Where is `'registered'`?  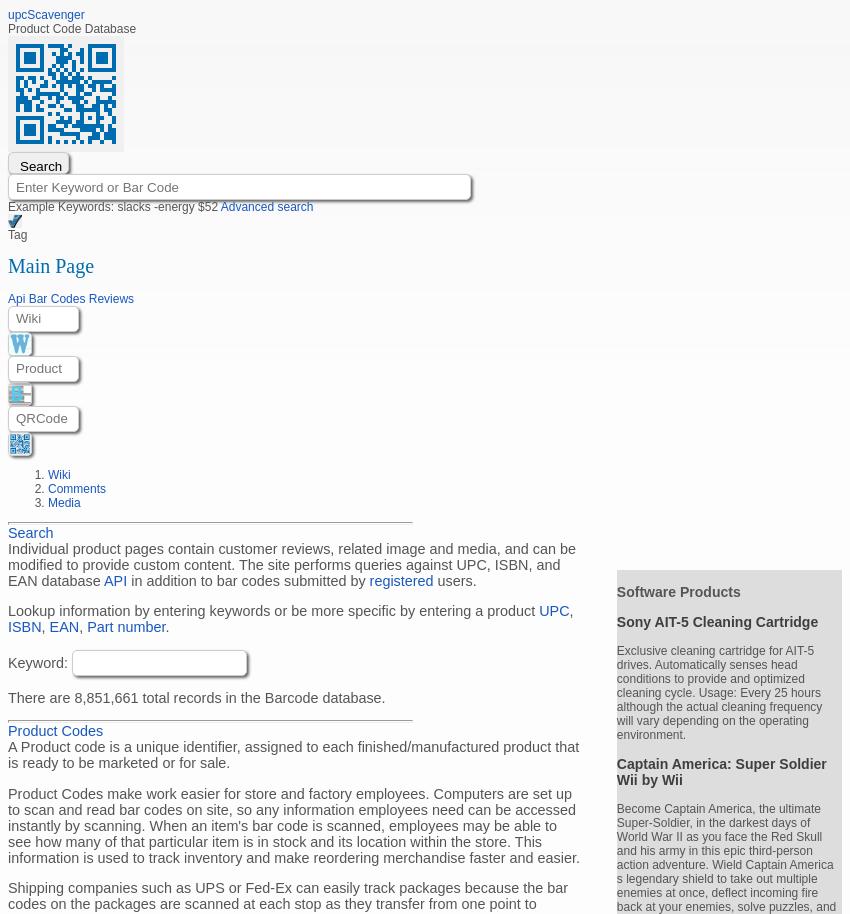
'registered' is located at coordinates (401, 580).